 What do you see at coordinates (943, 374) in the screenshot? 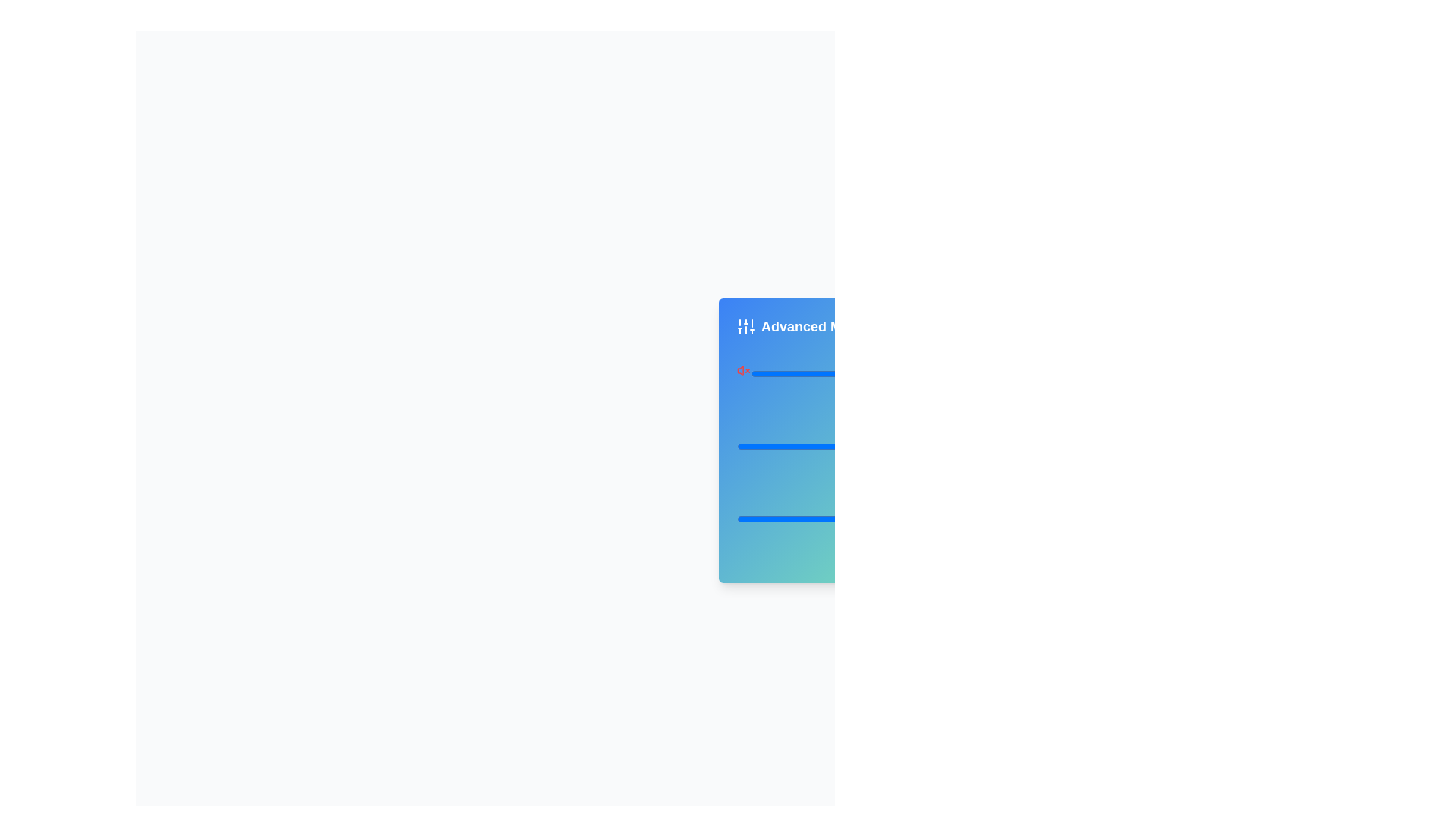
I see `the slider` at bounding box center [943, 374].